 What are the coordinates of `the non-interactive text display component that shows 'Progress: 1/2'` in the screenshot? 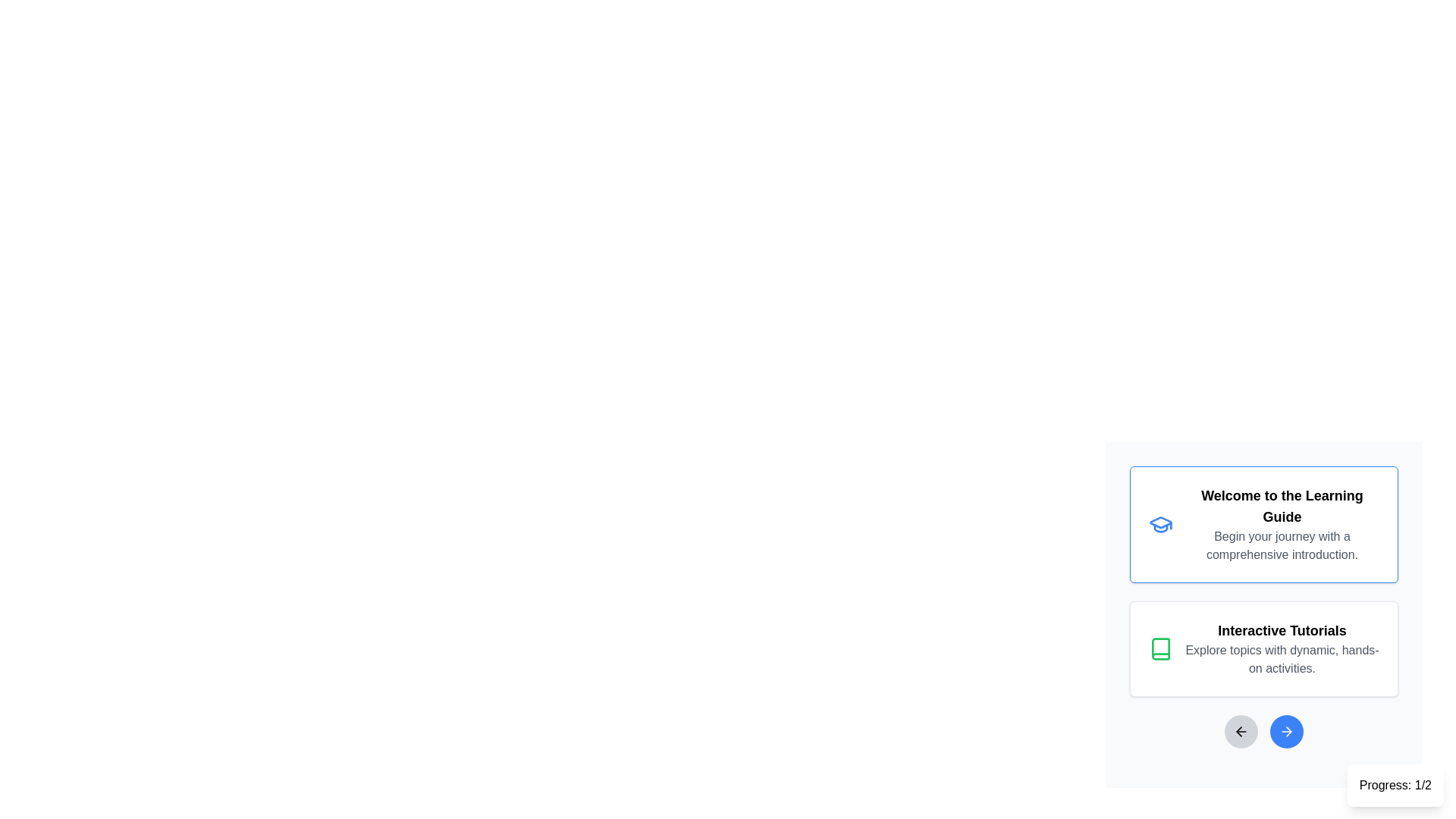 It's located at (1395, 785).